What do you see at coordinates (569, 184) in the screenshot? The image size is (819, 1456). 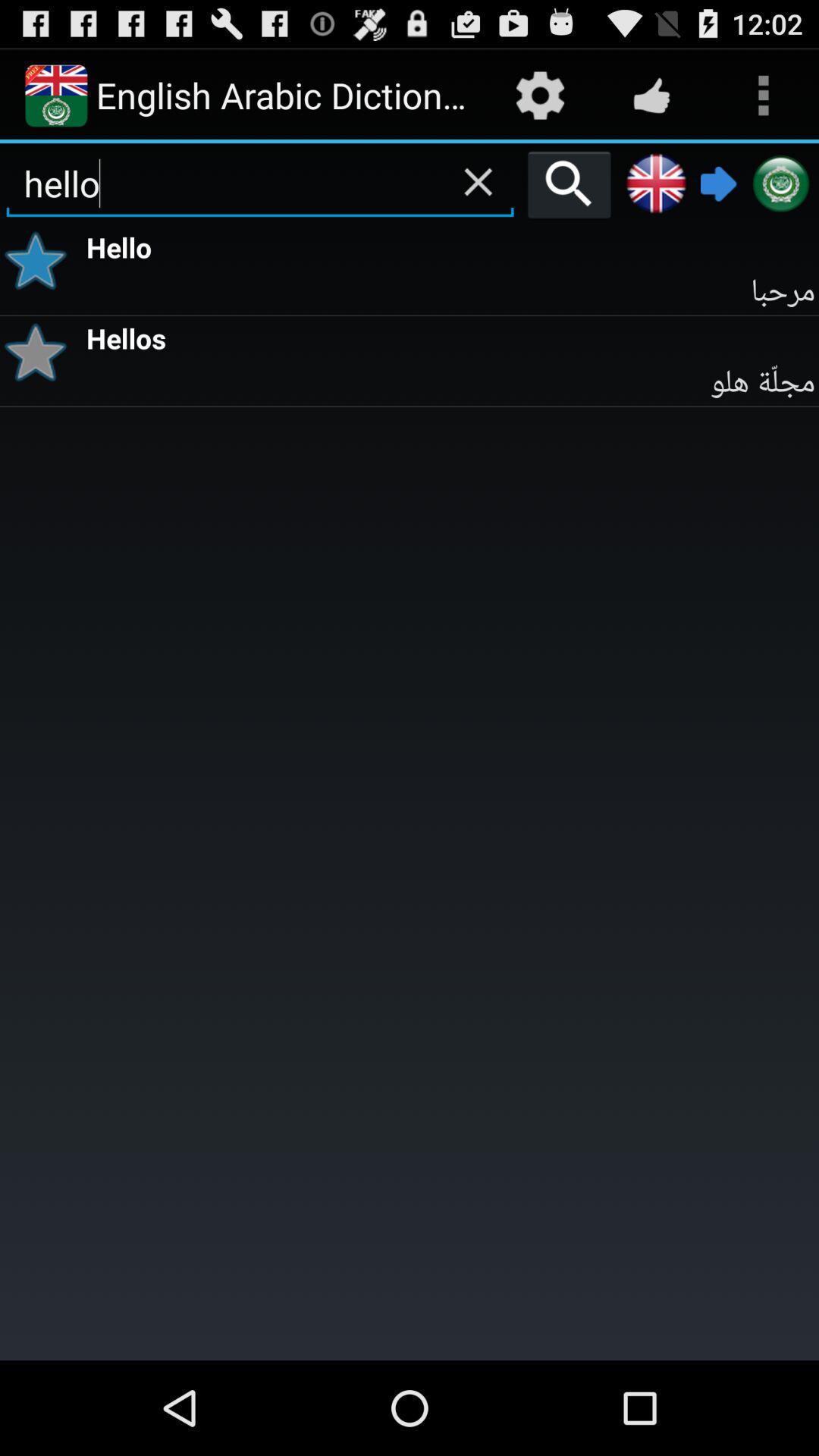 I see `icon above hello icon` at bounding box center [569, 184].